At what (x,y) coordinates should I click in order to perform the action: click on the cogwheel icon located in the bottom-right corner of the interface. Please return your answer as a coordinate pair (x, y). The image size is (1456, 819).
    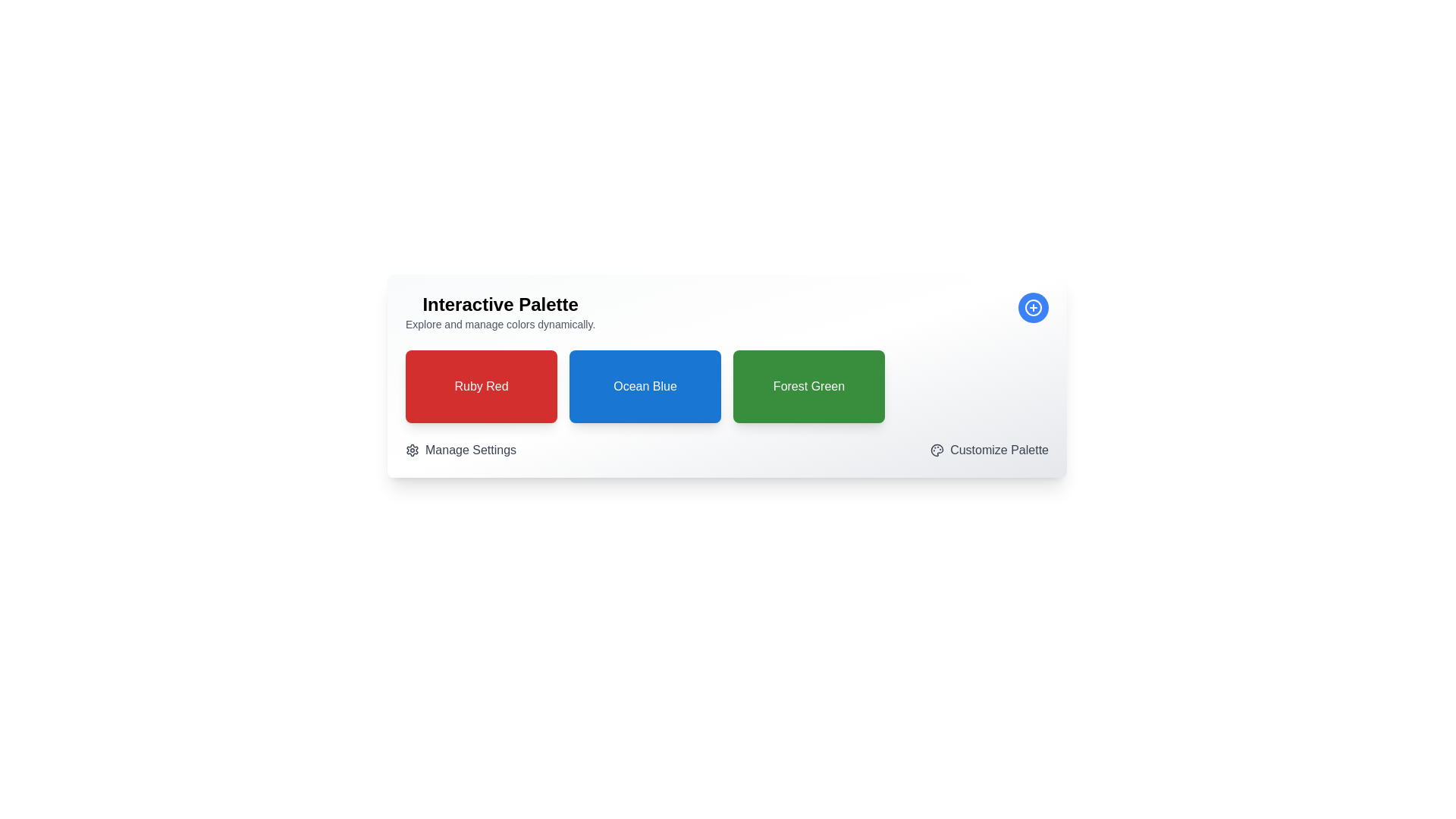
    Looking at the image, I should click on (412, 450).